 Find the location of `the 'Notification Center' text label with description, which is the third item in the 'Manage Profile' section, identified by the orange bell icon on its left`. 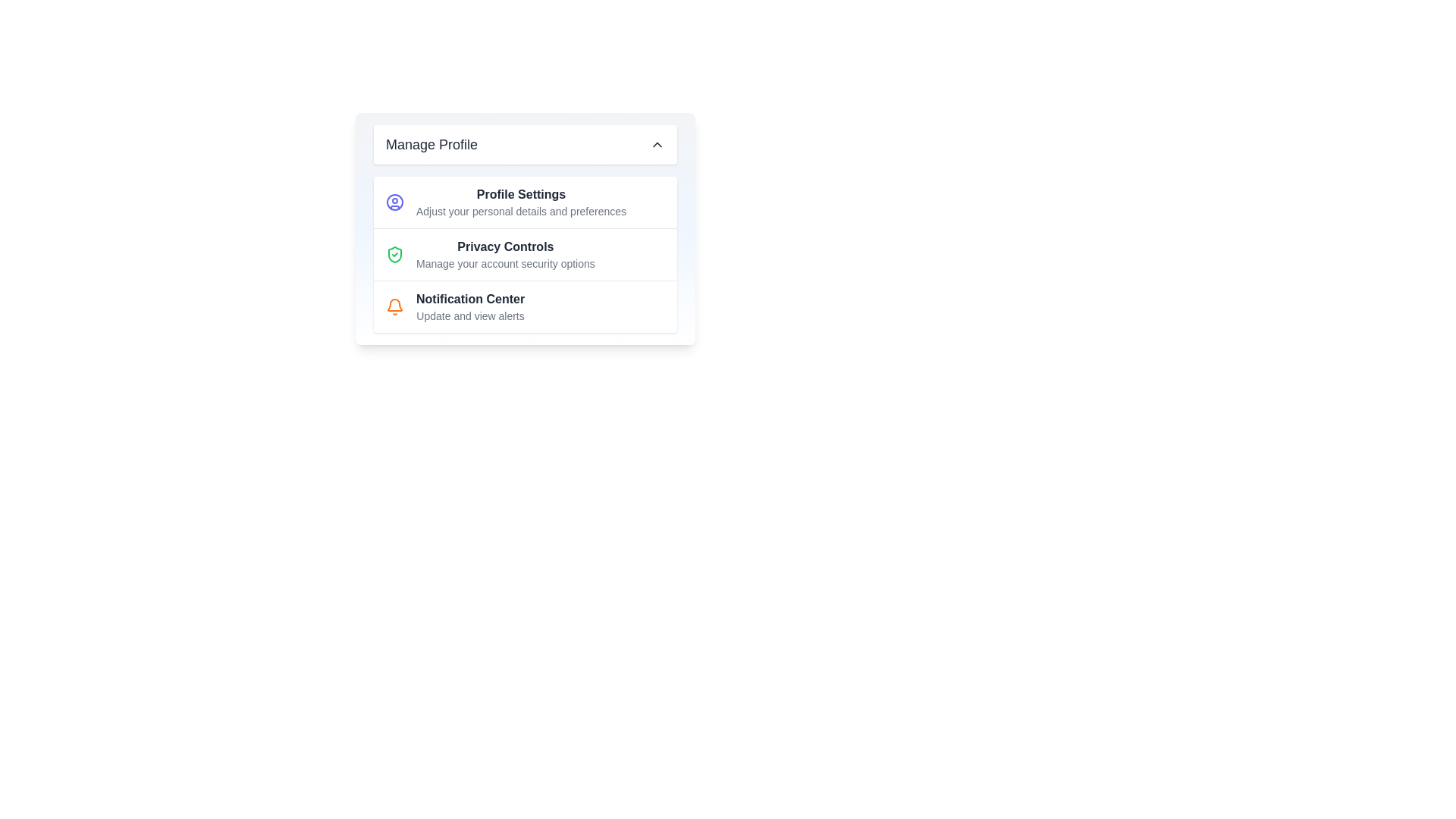

the 'Notification Center' text label with description, which is the third item in the 'Manage Profile' section, identified by the orange bell icon on its left is located at coordinates (469, 307).